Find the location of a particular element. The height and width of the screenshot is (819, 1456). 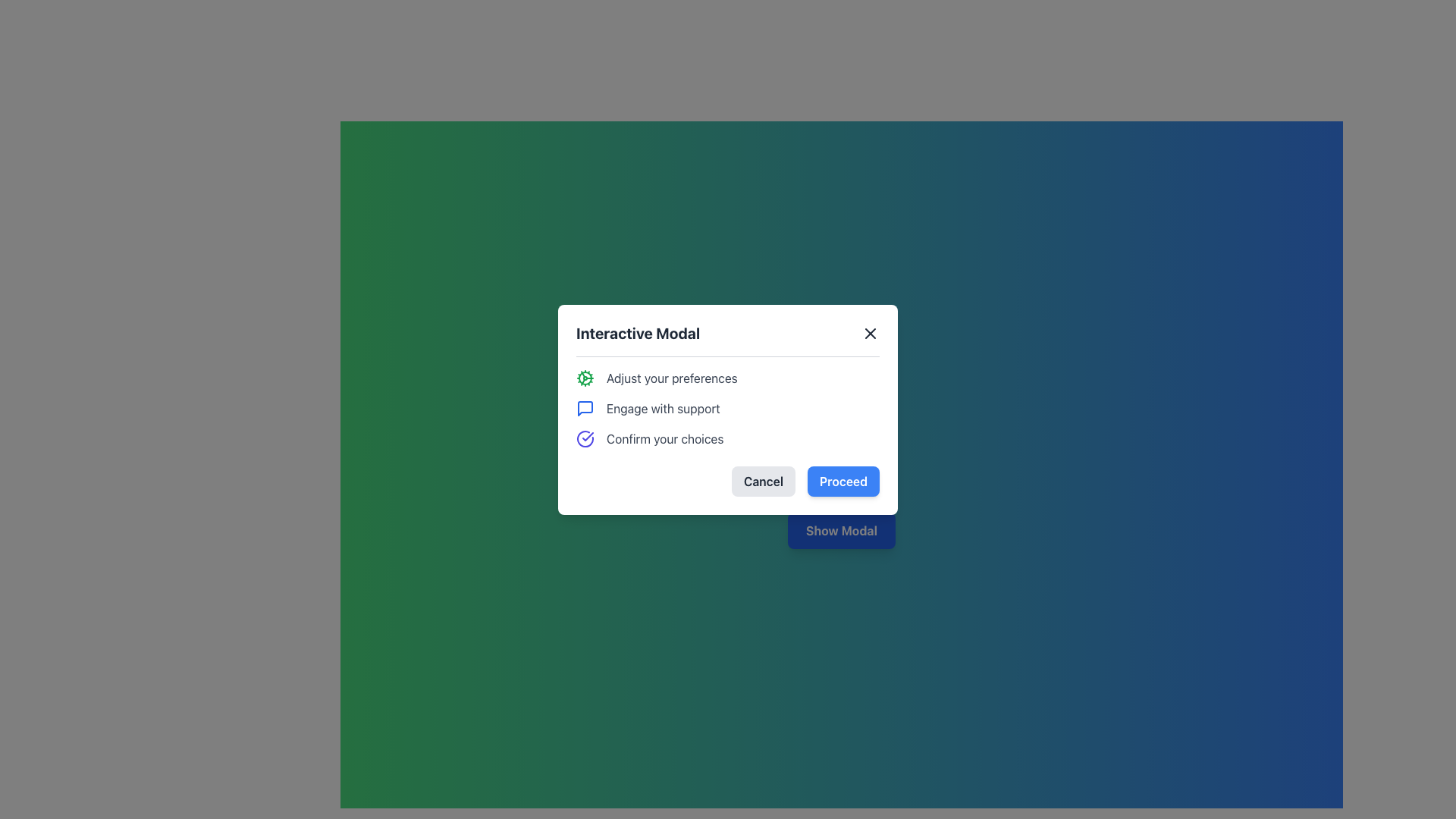

the close button located in the top-right corner of the modal header, next to the title 'Interactive Modal' is located at coordinates (870, 332).